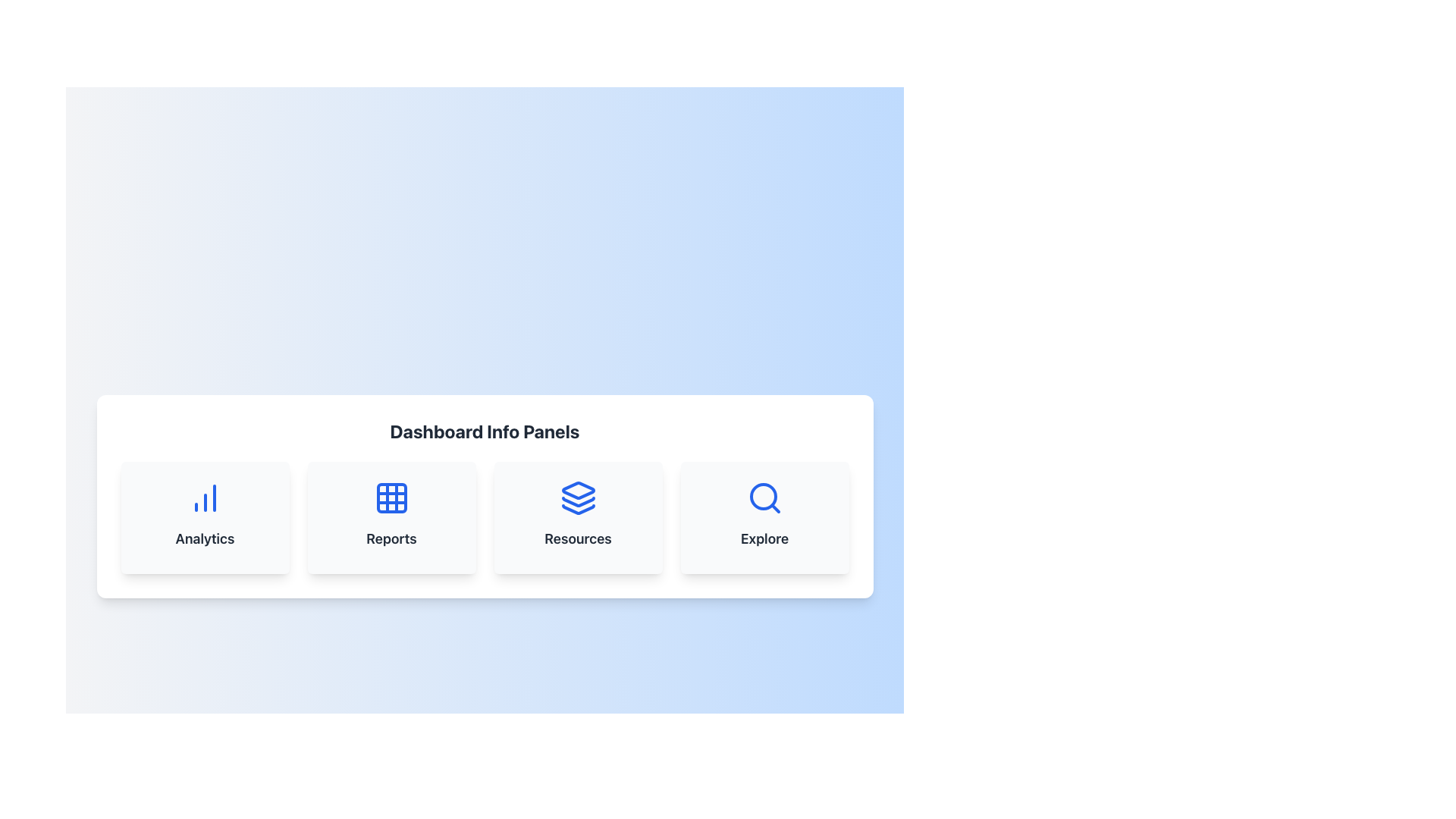 The height and width of the screenshot is (819, 1456). Describe the element at coordinates (577, 516) in the screenshot. I see `the 'Resources' card in the Dashboard Info Panels section to trigger visual effects` at that location.